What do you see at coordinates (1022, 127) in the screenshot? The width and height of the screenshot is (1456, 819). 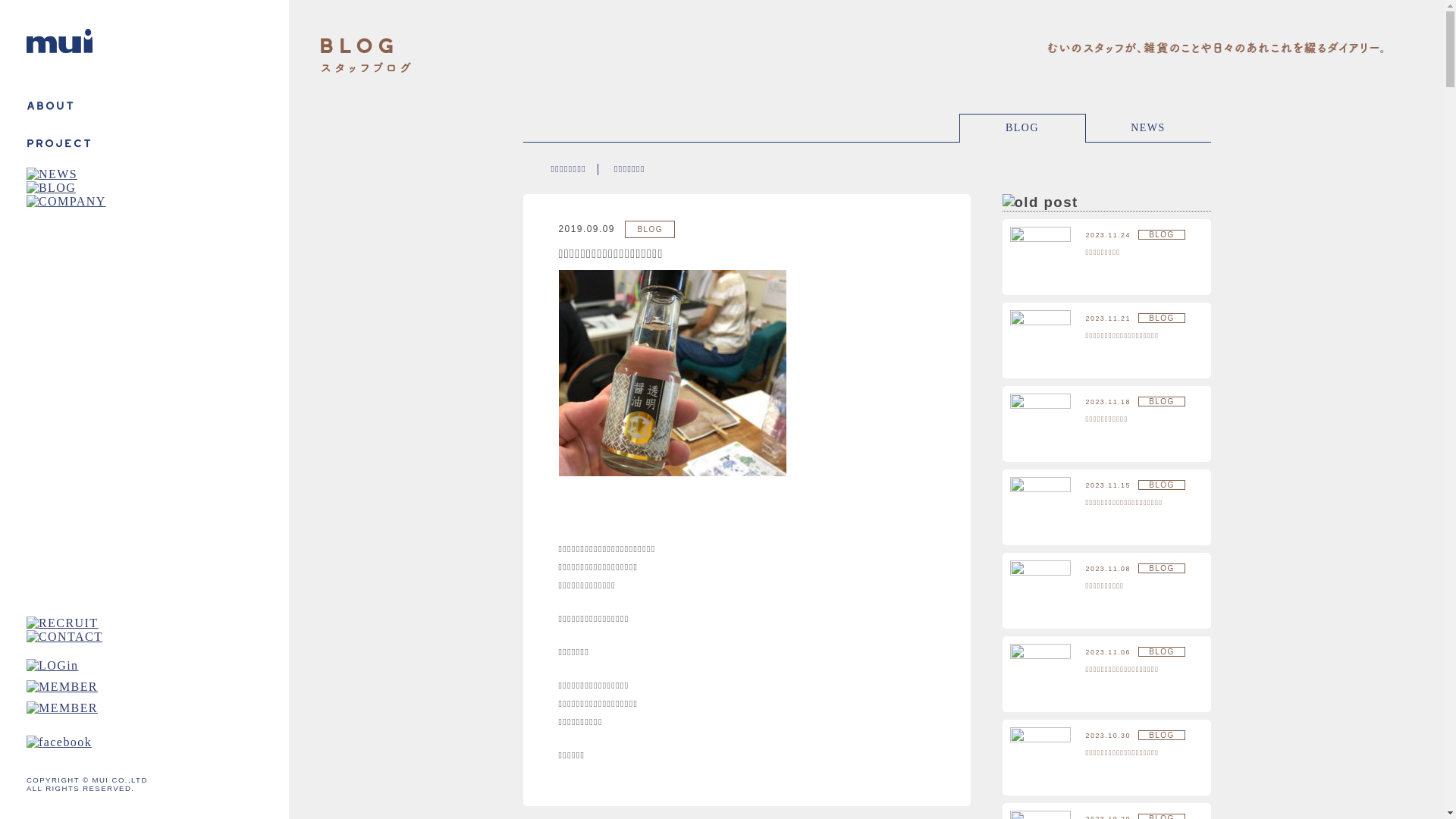 I see `'BLOG'` at bounding box center [1022, 127].